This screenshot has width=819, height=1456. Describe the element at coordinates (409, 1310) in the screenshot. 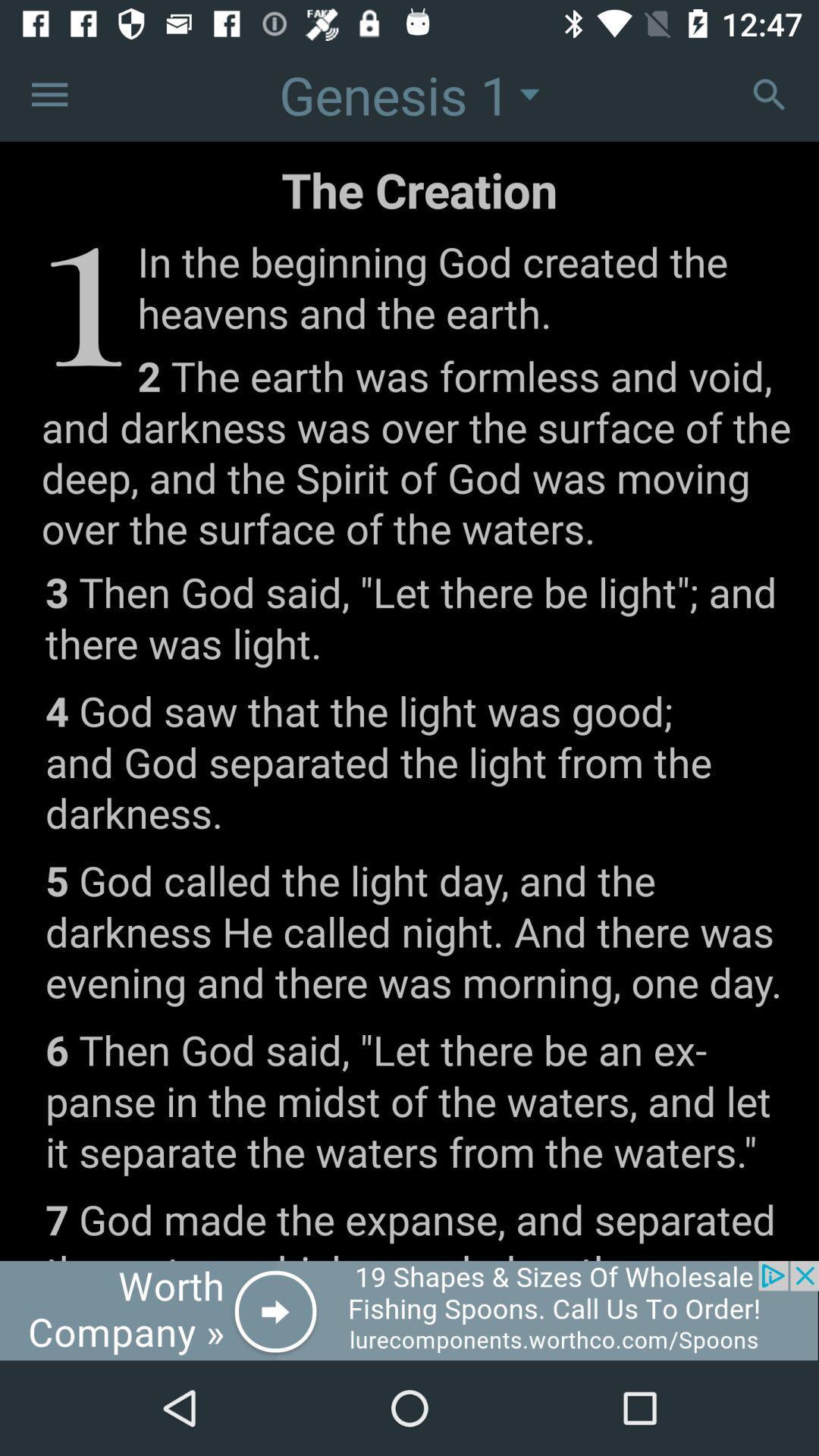

I see `open advertisement` at that location.